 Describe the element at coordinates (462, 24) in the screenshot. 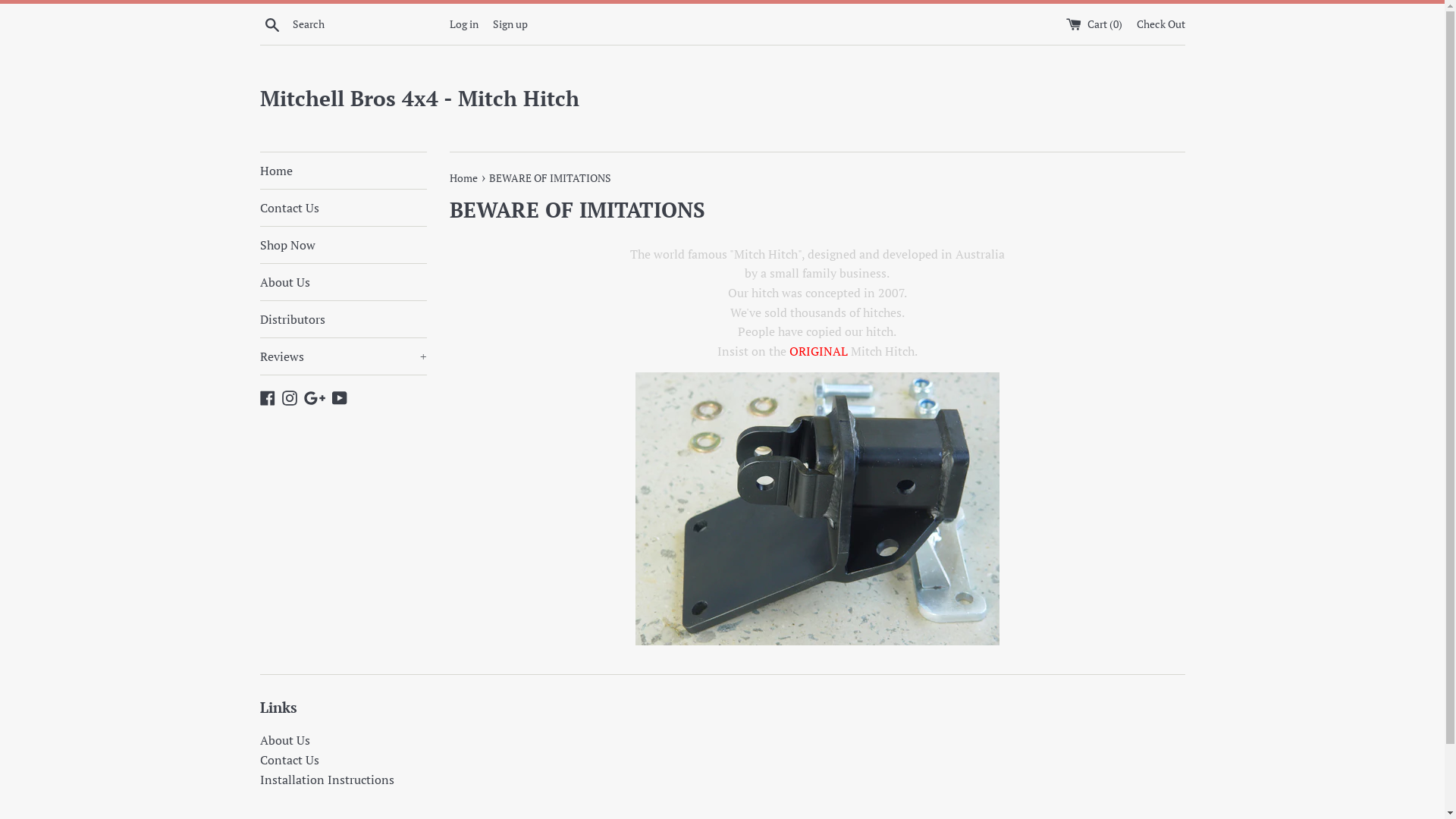

I see `'Log in'` at that location.